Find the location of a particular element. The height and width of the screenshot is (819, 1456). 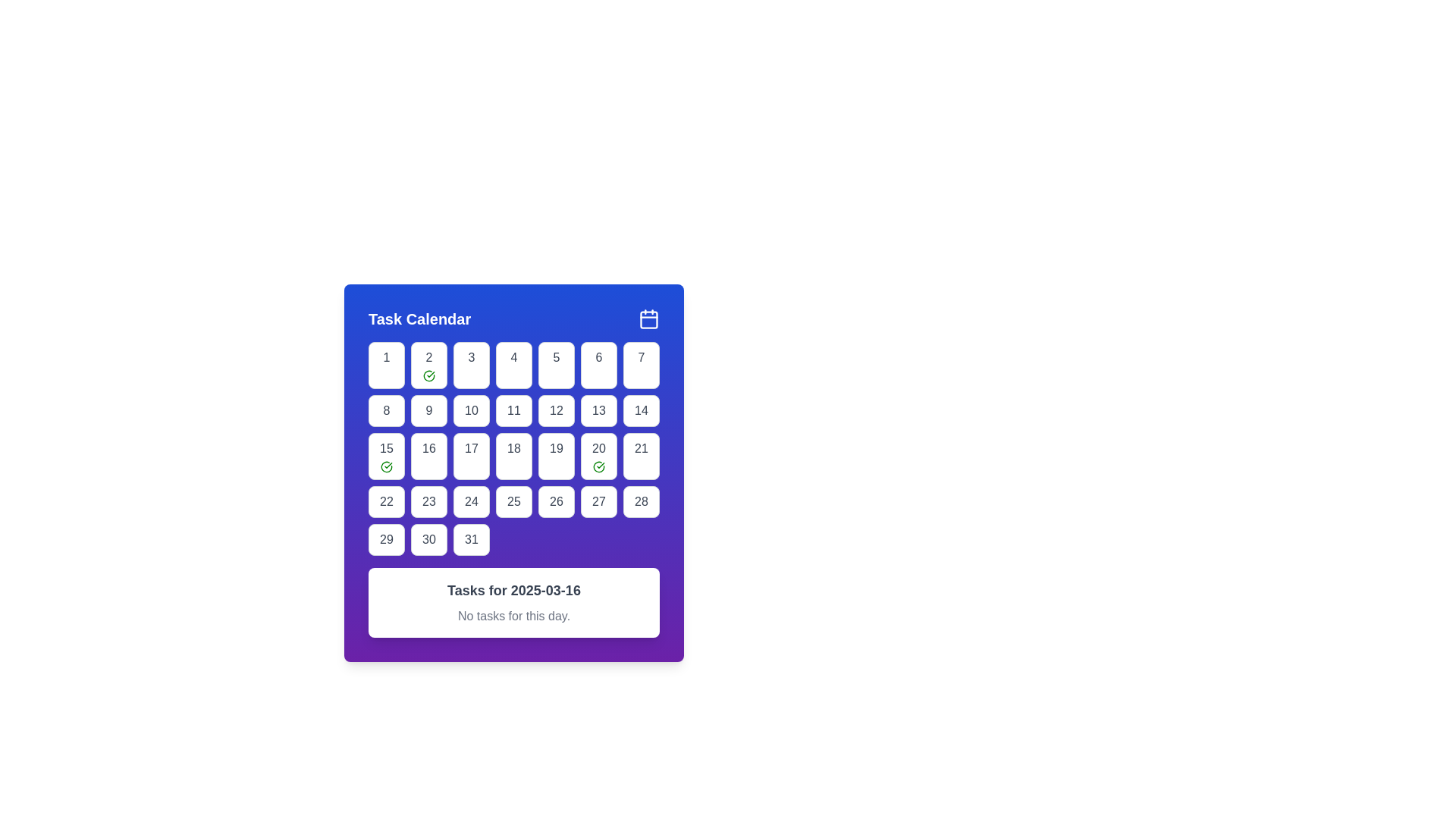

the Calendar Day Cell that visually represents a completed day with a green checkmark, located is located at coordinates (428, 366).